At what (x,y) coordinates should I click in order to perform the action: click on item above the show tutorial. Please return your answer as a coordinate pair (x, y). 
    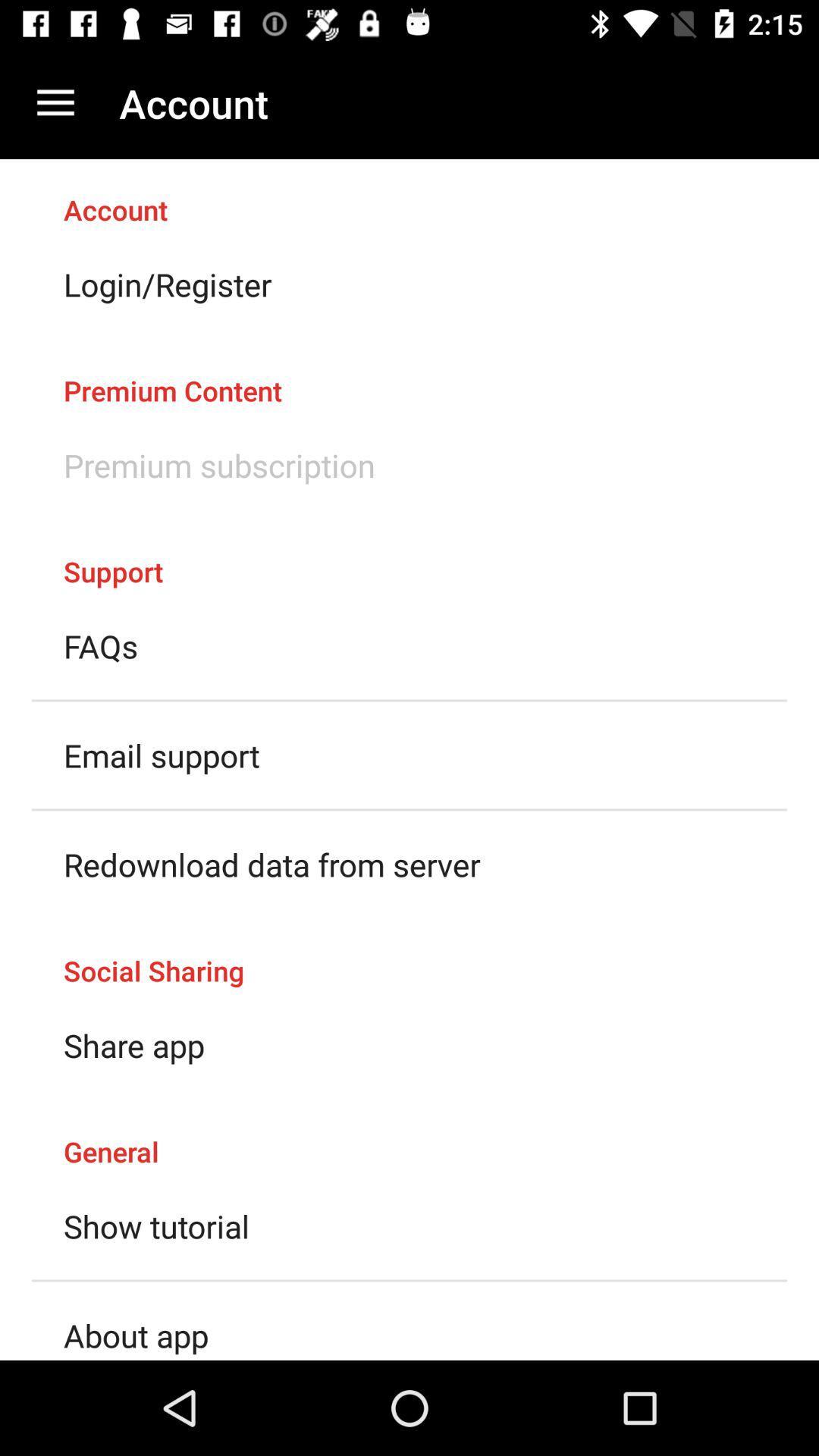
    Looking at the image, I should click on (409, 1135).